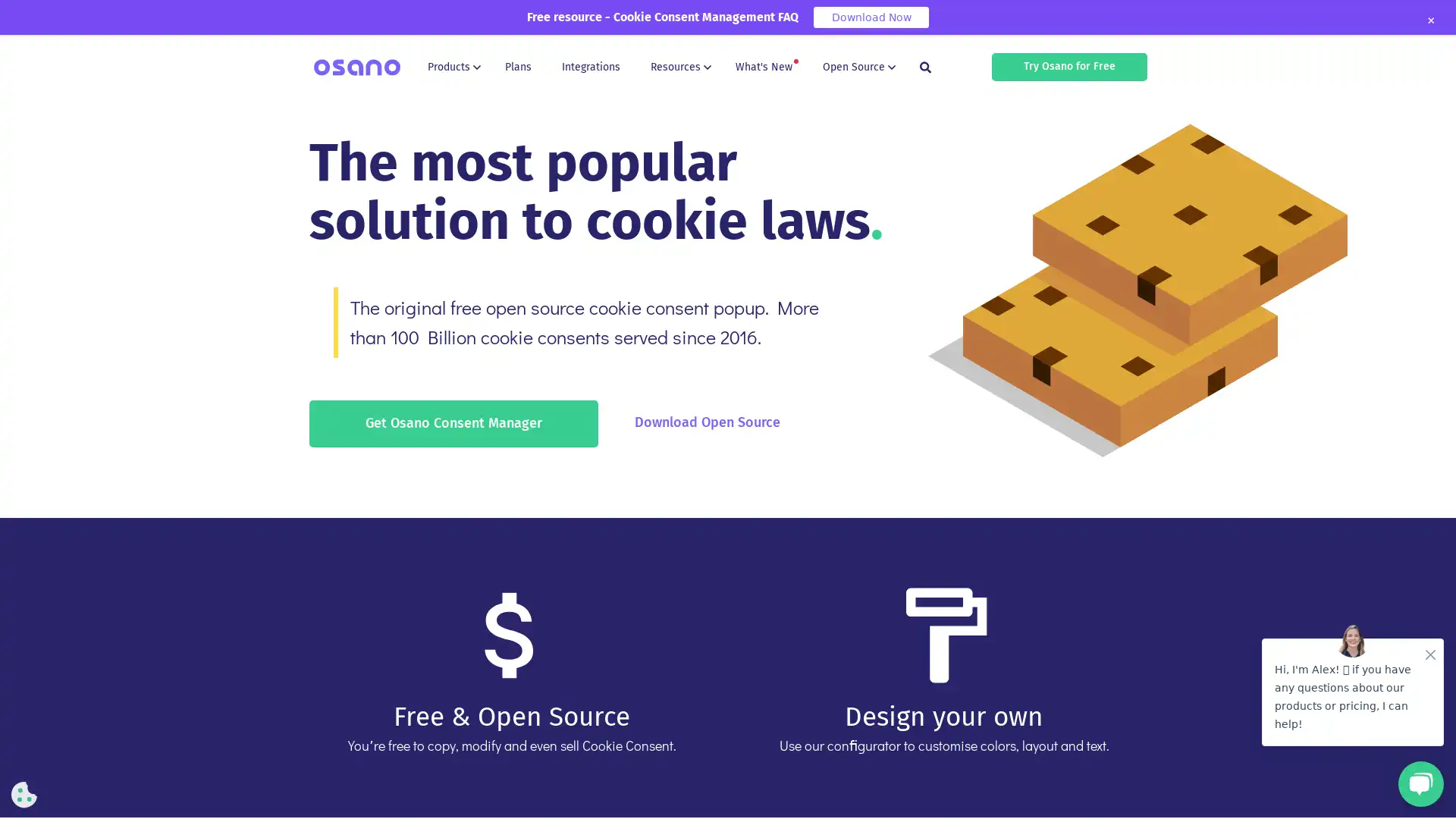 The image size is (1456, 819). What do you see at coordinates (1429, 20) in the screenshot?
I see `Close` at bounding box center [1429, 20].